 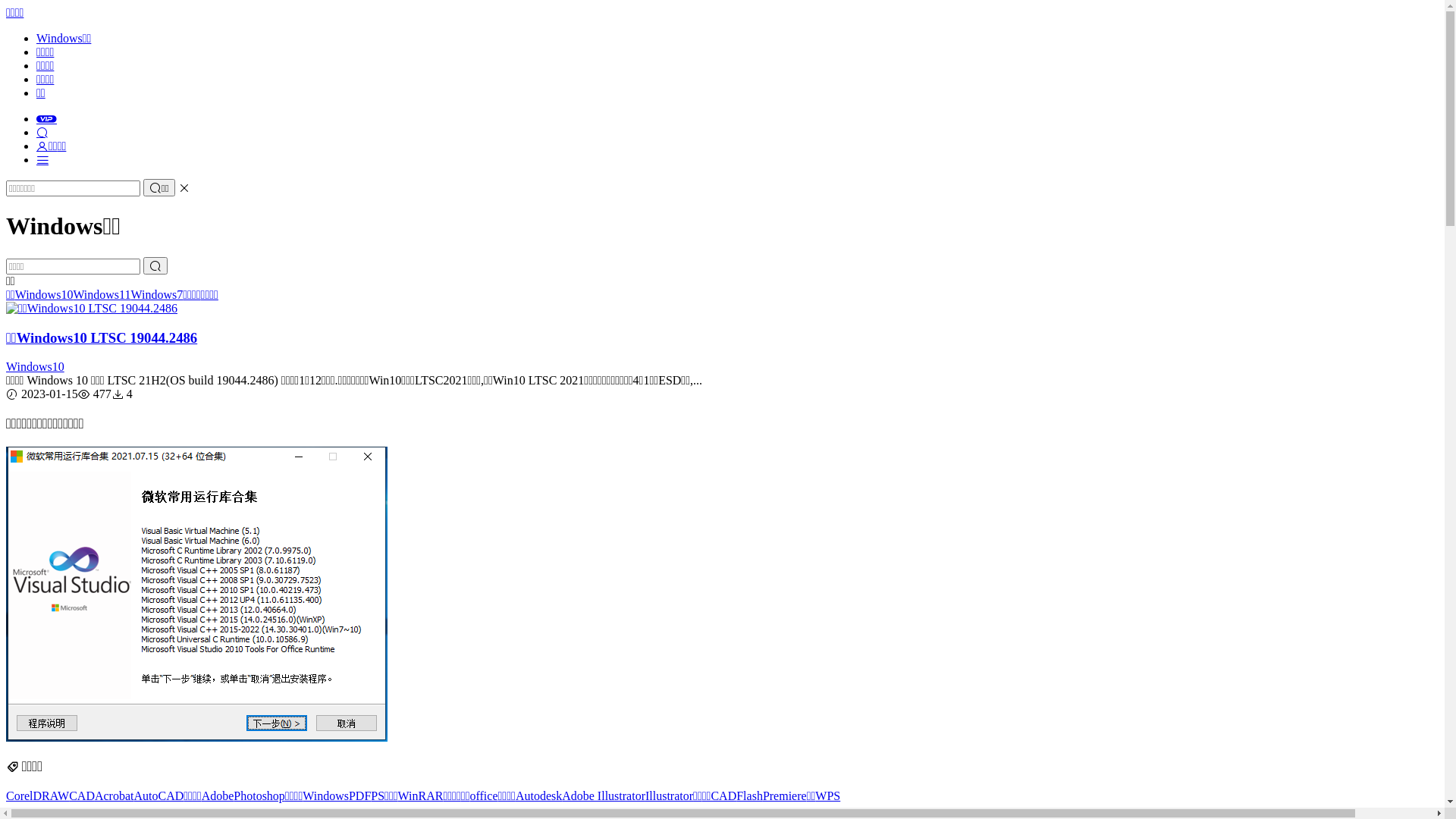 I want to click on 'Adobe Illustrator', so click(x=603, y=795).